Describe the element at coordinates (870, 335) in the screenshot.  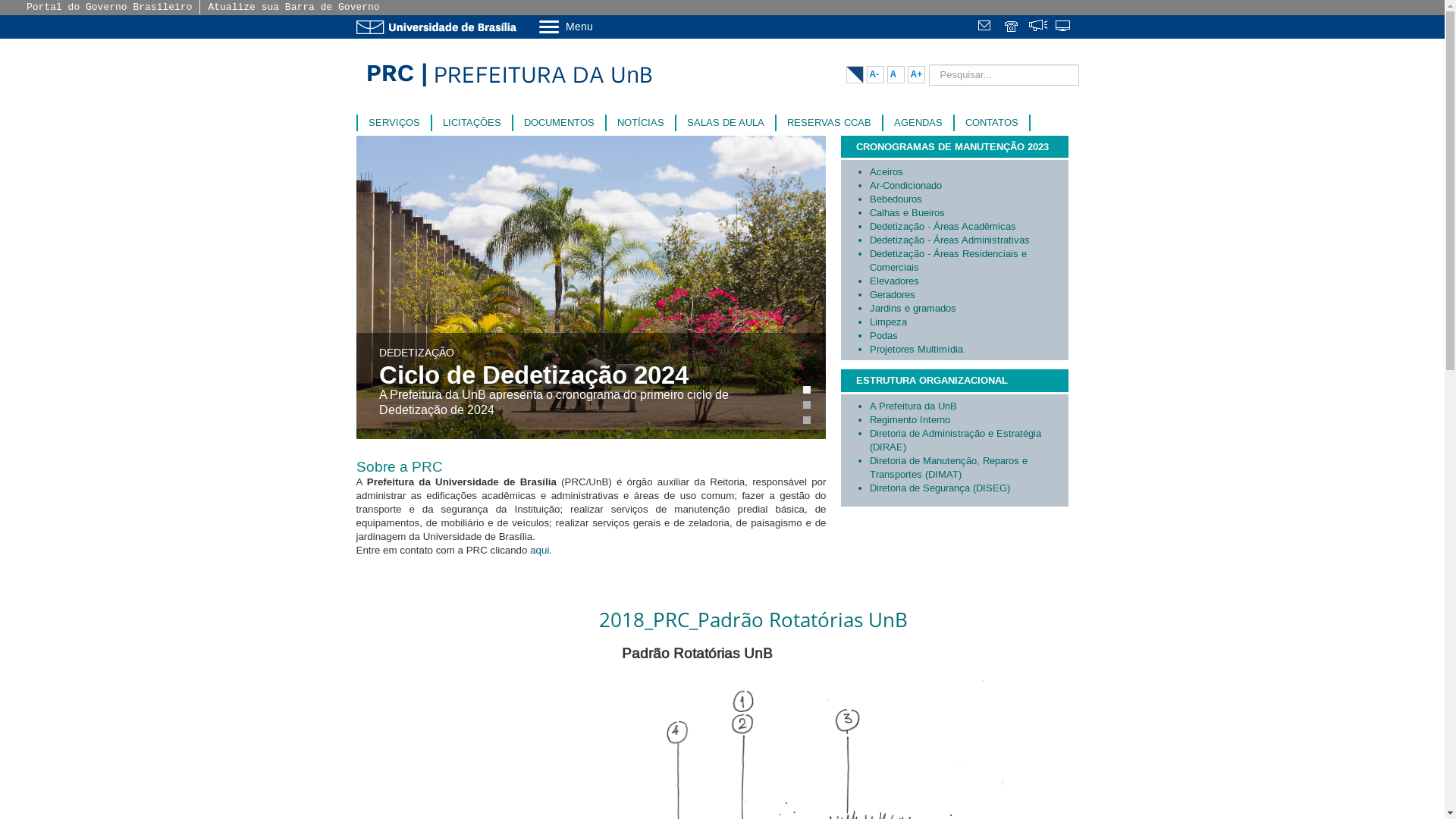
I see `'Podas'` at that location.